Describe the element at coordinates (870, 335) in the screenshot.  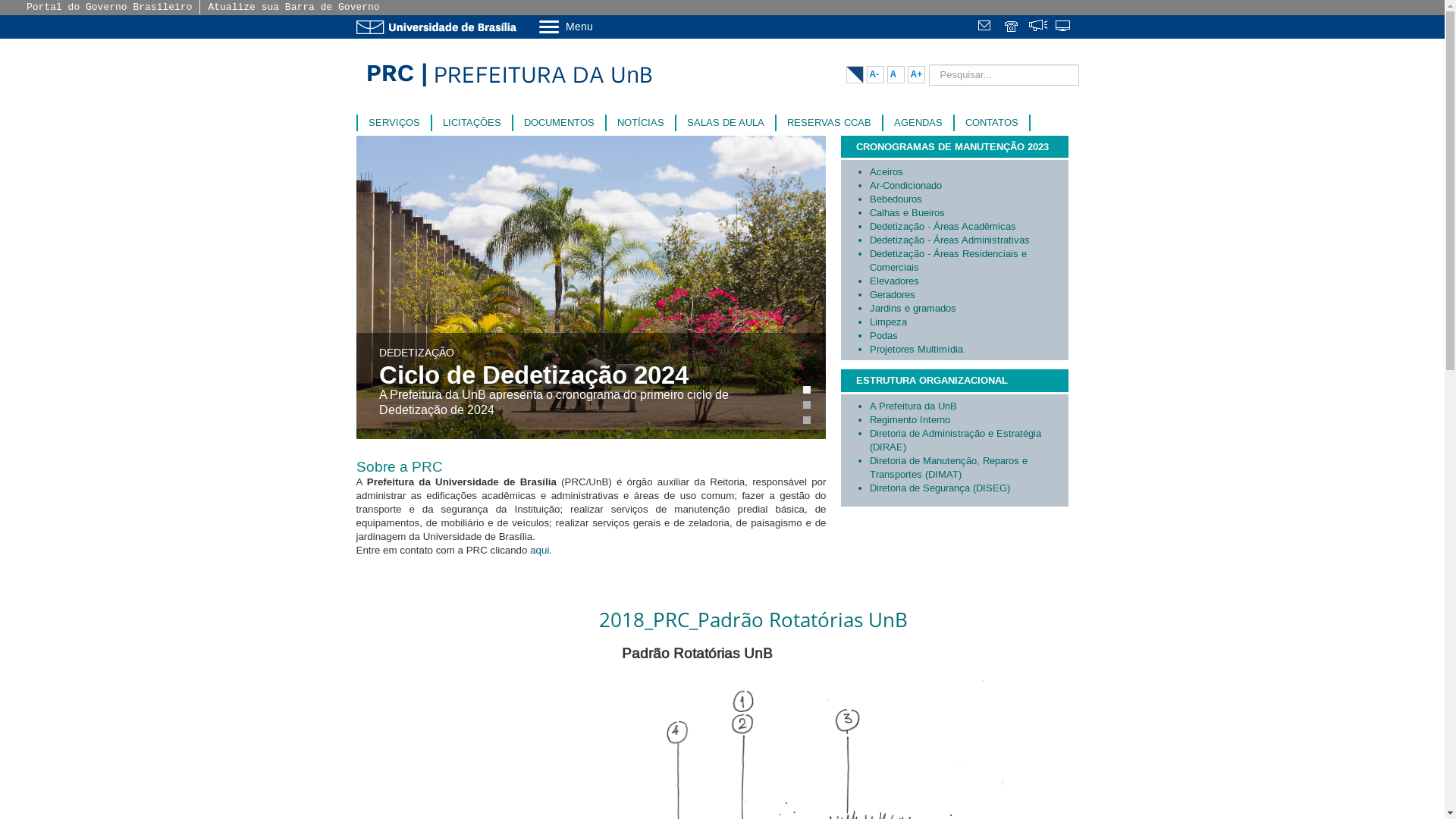
I see `'Podas'` at that location.